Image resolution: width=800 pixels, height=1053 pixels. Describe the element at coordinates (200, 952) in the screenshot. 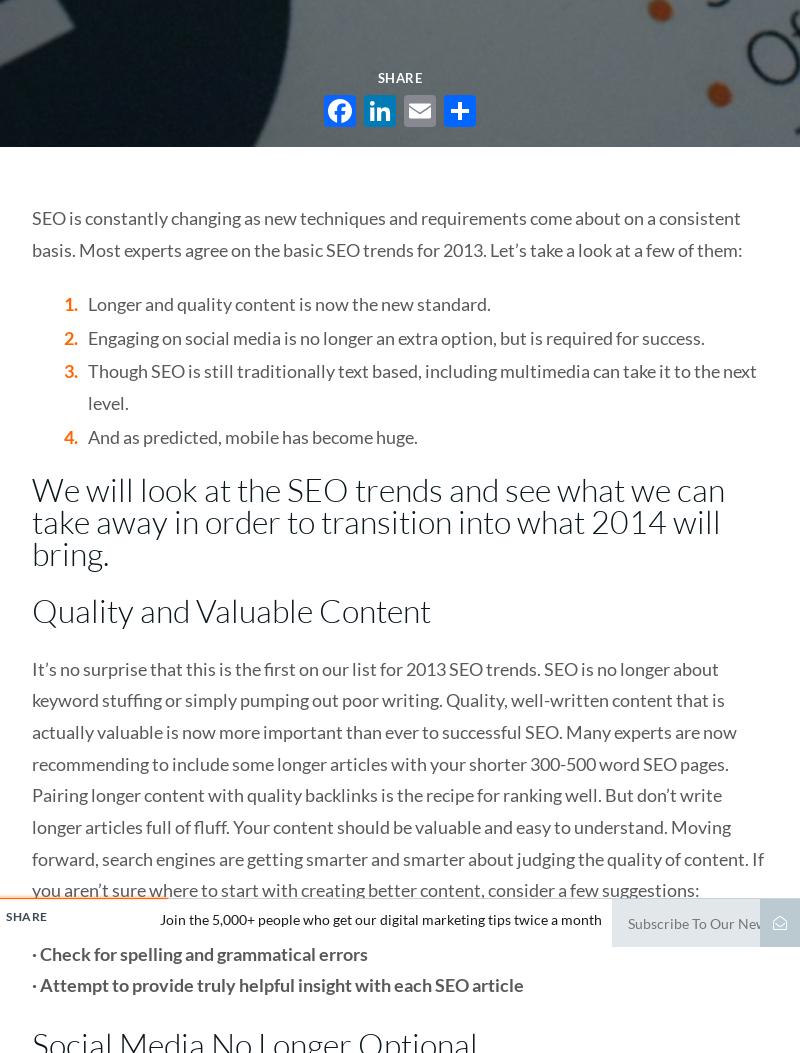

I see `'· Check for spelling and grammatical errors'` at that location.